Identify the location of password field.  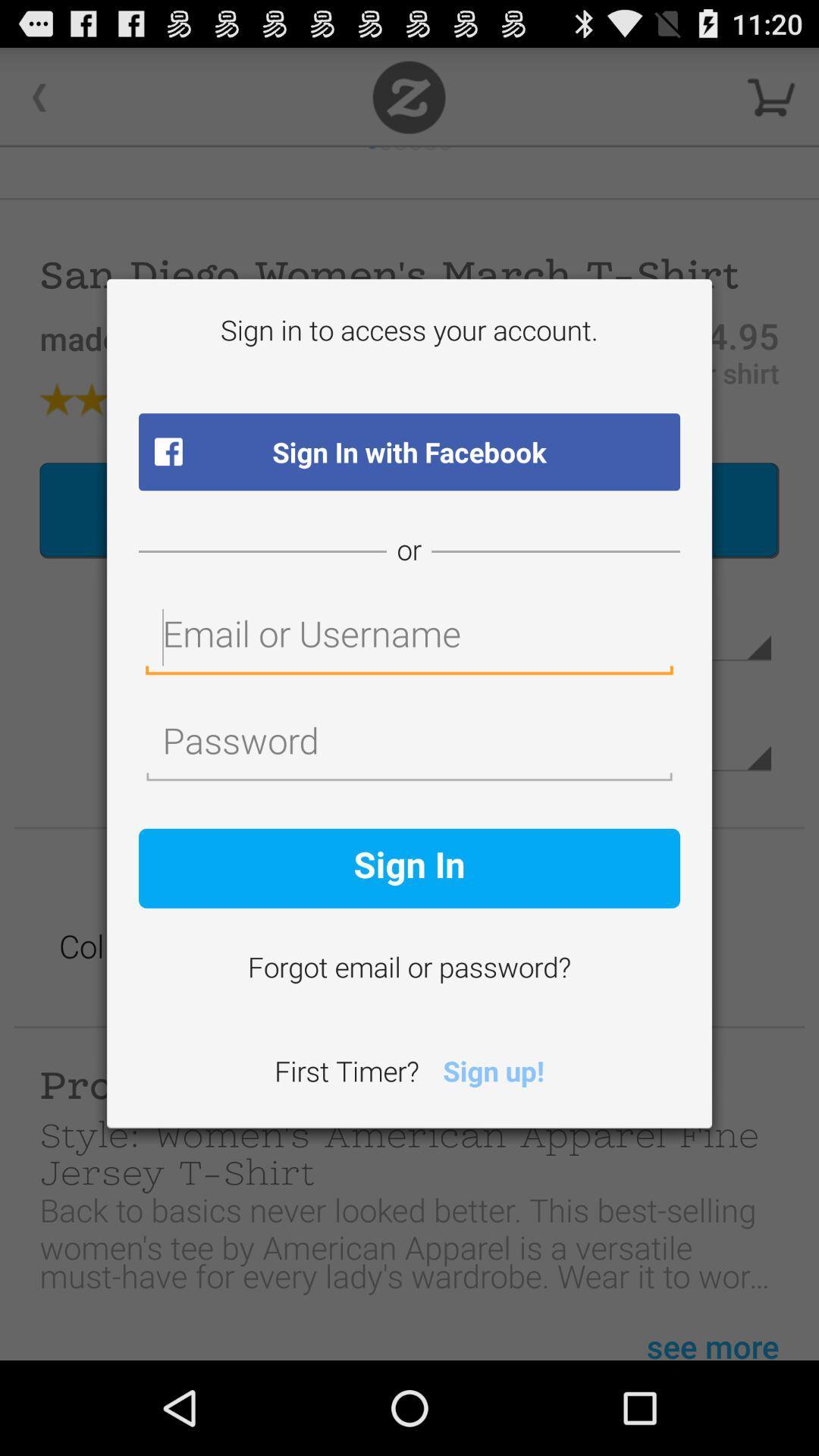
(409, 745).